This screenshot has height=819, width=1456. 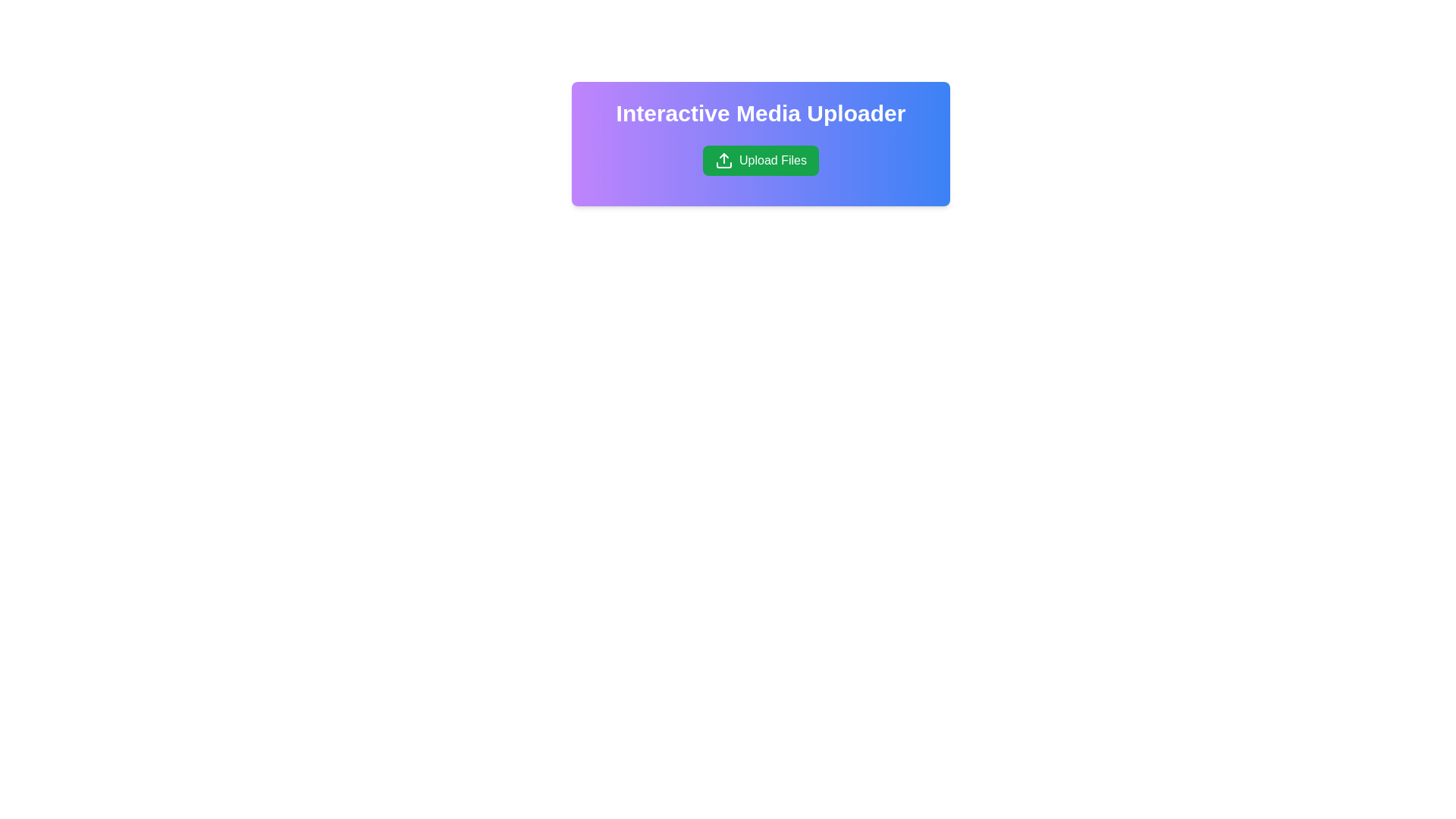 I want to click on the 'Upload Files' button, which is a horizontally rectangular button with a green background and a white upload icon, to initiate file upload, so click(x=761, y=161).